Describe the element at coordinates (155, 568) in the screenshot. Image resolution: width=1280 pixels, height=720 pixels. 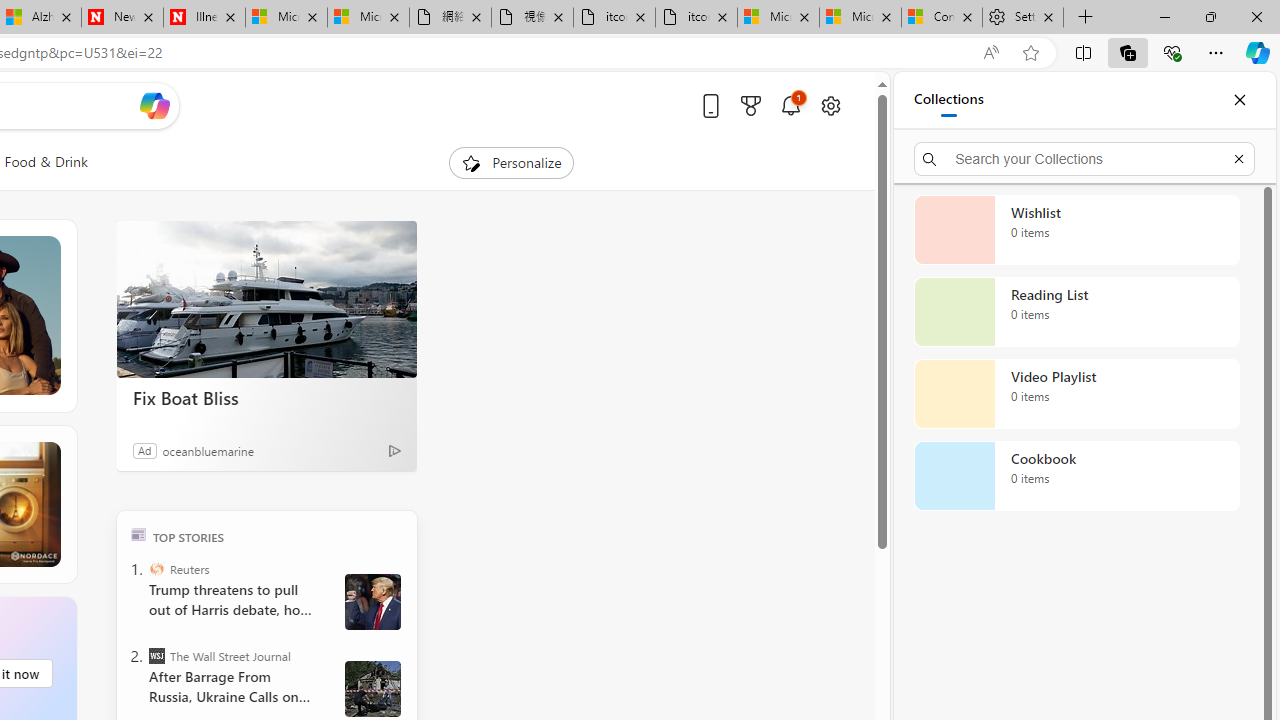
I see `'Reuters'` at that location.